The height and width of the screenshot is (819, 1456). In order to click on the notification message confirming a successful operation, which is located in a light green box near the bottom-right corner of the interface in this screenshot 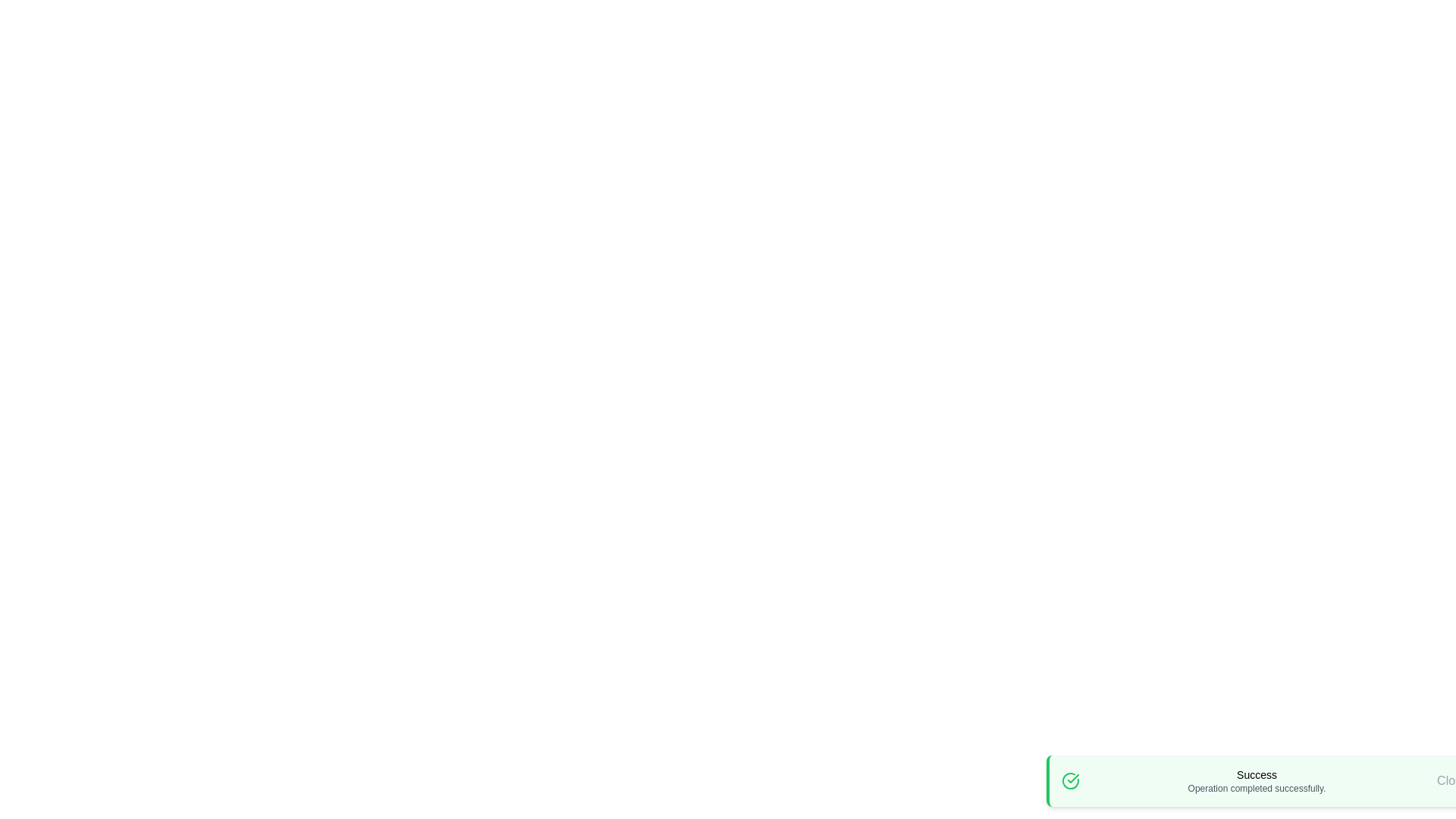, I will do `click(1257, 780)`.